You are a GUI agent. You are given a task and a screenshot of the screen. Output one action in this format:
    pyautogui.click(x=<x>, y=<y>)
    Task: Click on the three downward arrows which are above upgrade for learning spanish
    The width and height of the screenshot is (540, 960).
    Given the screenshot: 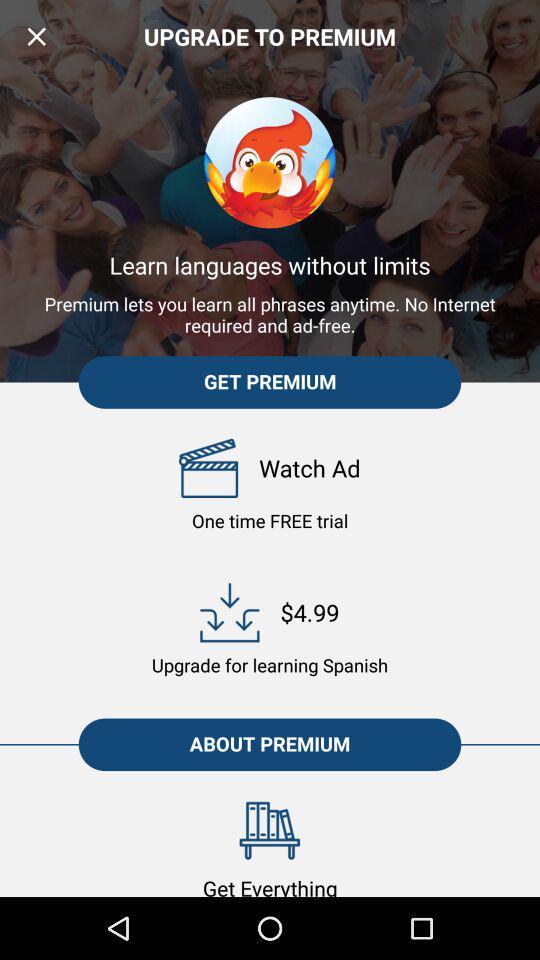 What is the action you would take?
    pyautogui.click(x=228, y=611)
    